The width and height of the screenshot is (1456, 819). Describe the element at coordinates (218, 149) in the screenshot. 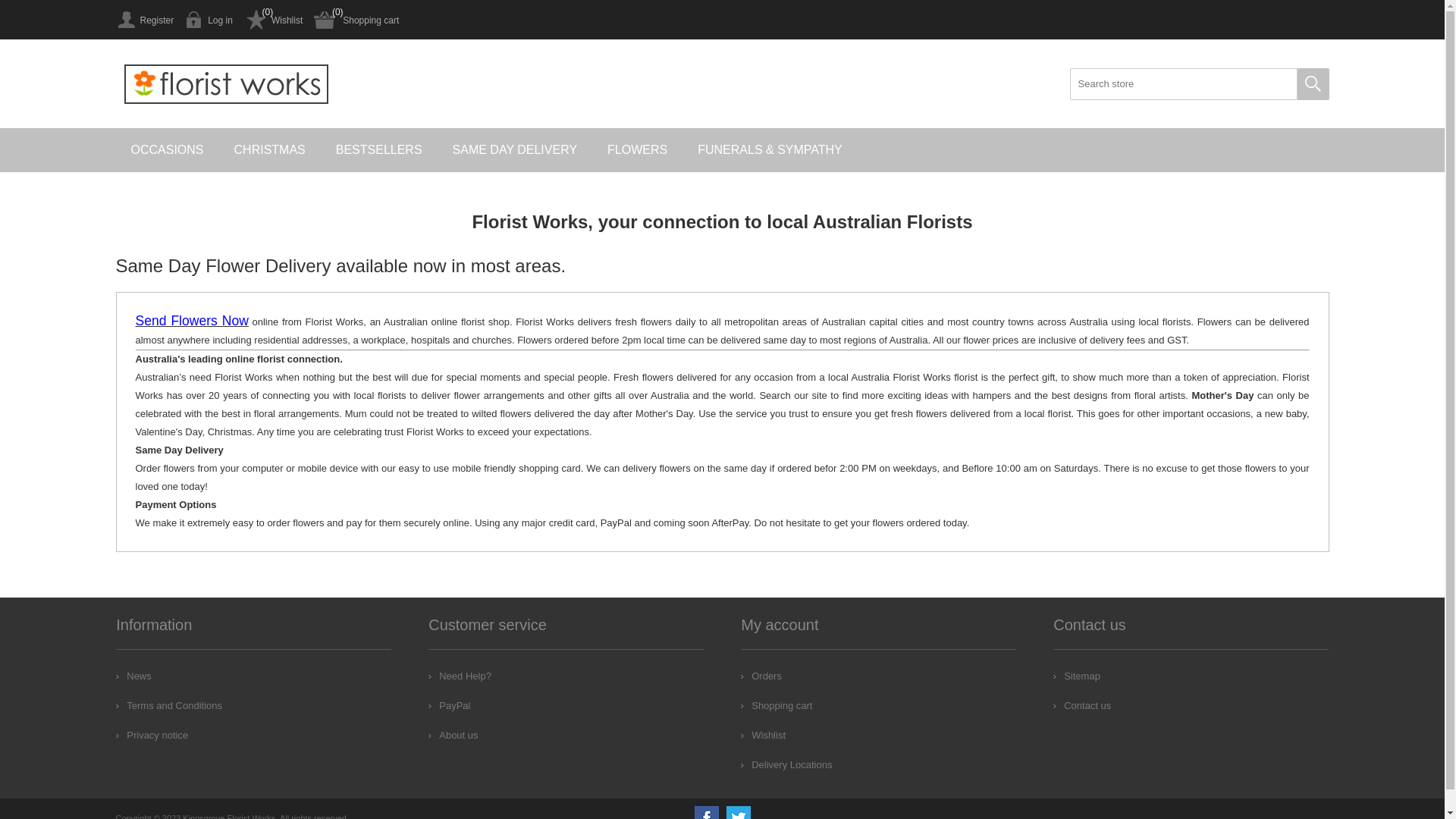

I see `'CHRISTMAS'` at that location.